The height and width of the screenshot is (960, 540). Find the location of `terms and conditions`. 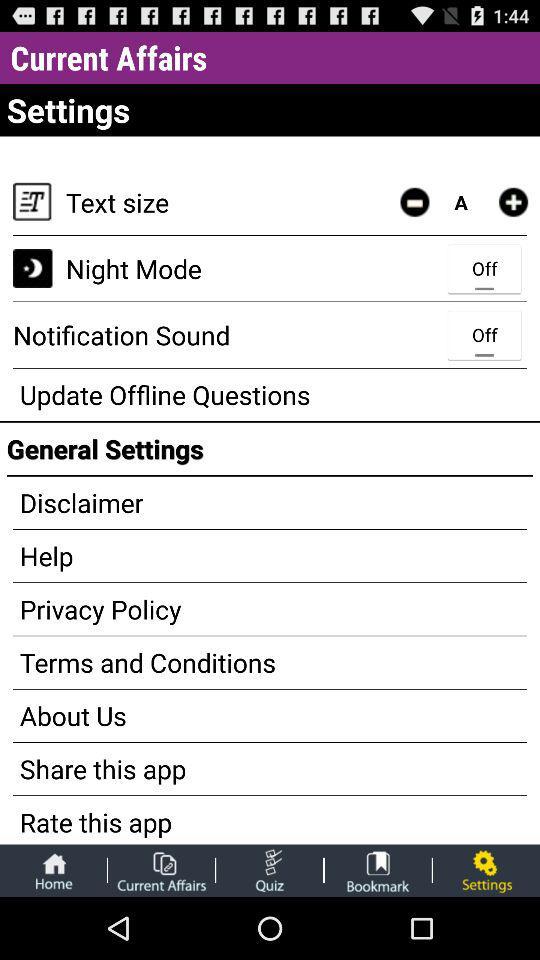

terms and conditions is located at coordinates (270, 662).